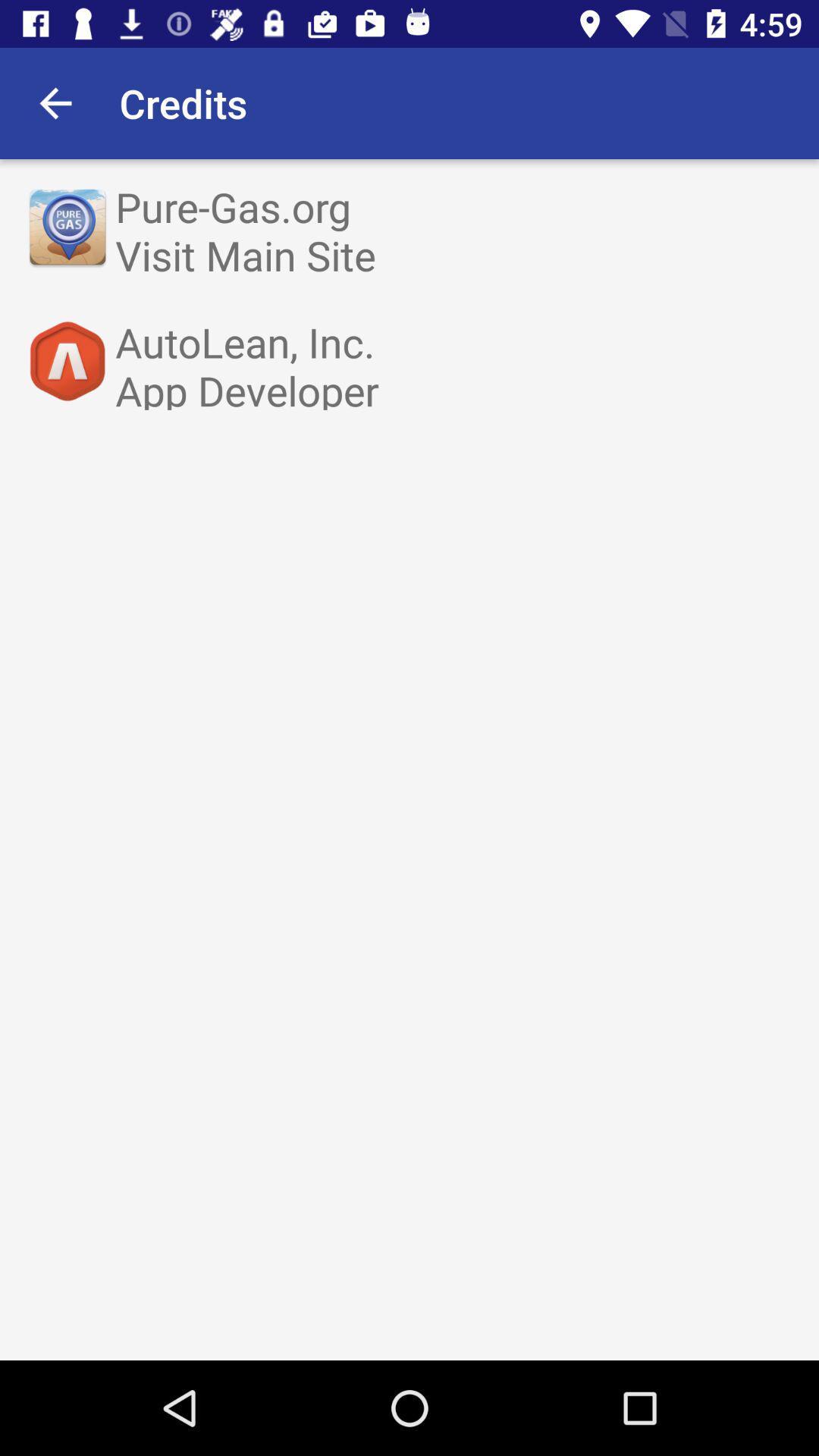 This screenshot has width=819, height=1456. Describe the element at coordinates (55, 102) in the screenshot. I see `item to the left of the credits item` at that location.